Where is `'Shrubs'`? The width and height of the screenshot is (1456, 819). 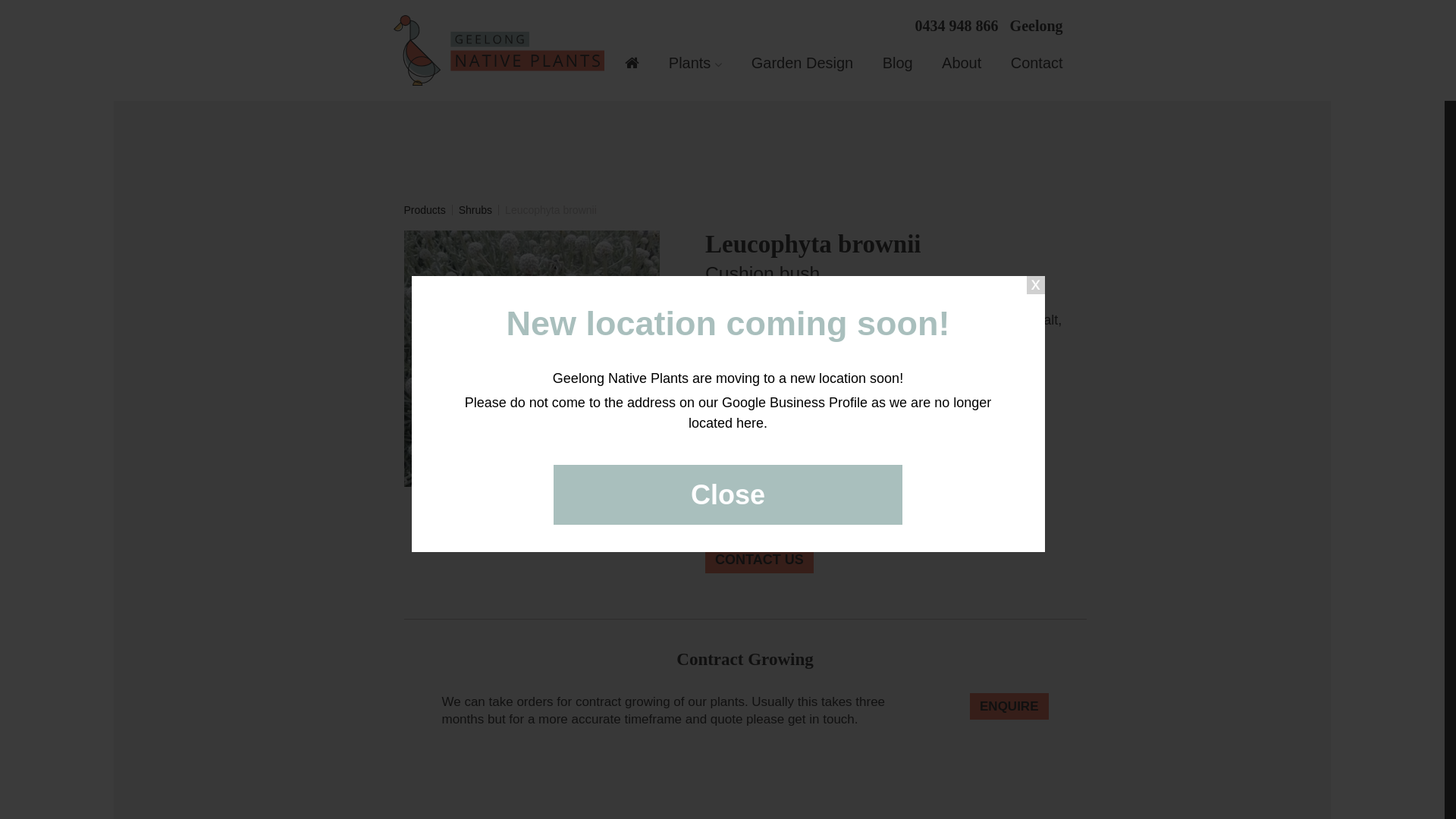
'Shrubs' is located at coordinates (475, 210).